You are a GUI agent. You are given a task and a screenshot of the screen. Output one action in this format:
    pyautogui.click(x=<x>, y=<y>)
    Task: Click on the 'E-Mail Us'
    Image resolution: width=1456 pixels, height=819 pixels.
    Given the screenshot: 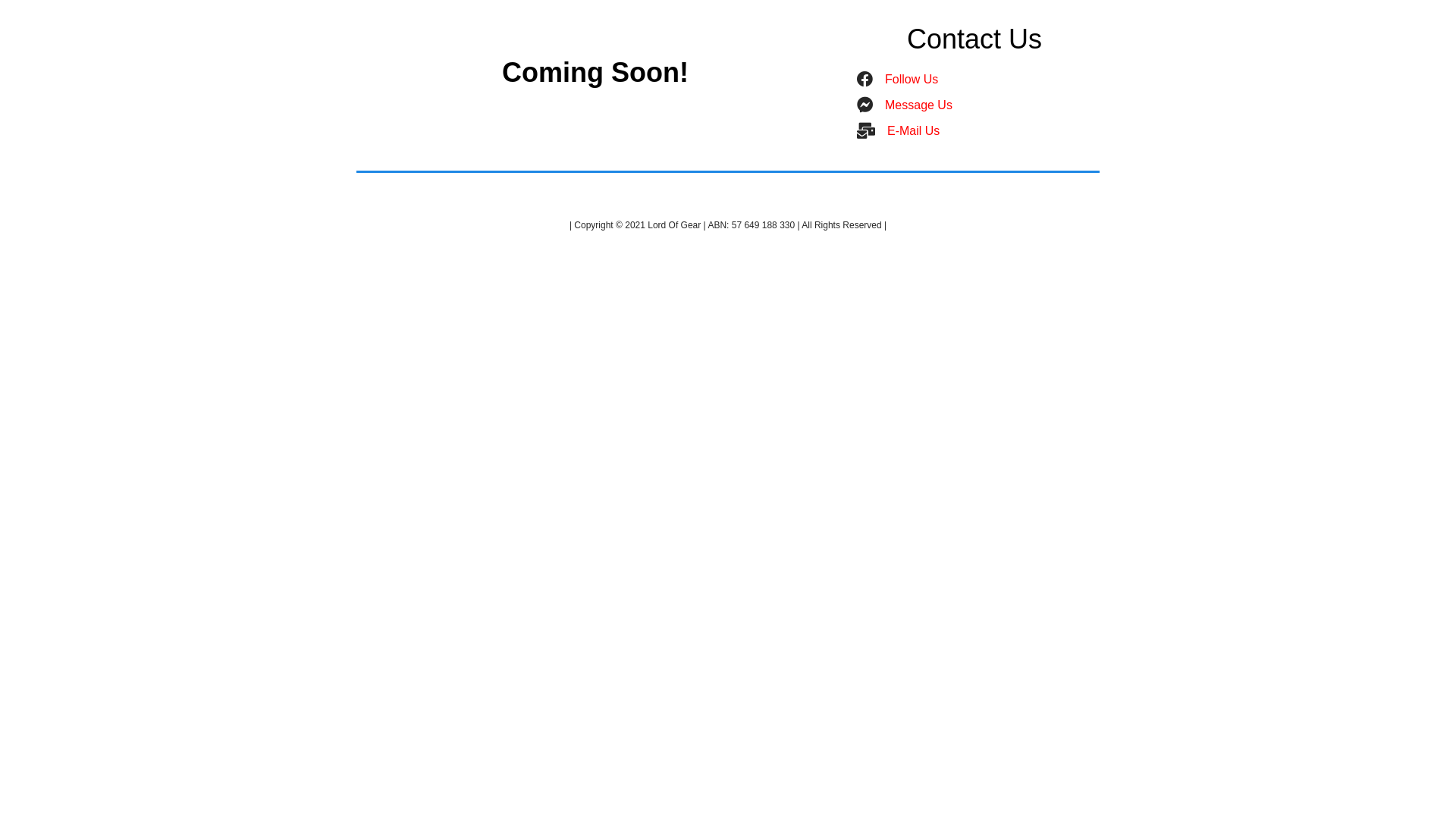 What is the action you would take?
    pyautogui.click(x=887, y=130)
    